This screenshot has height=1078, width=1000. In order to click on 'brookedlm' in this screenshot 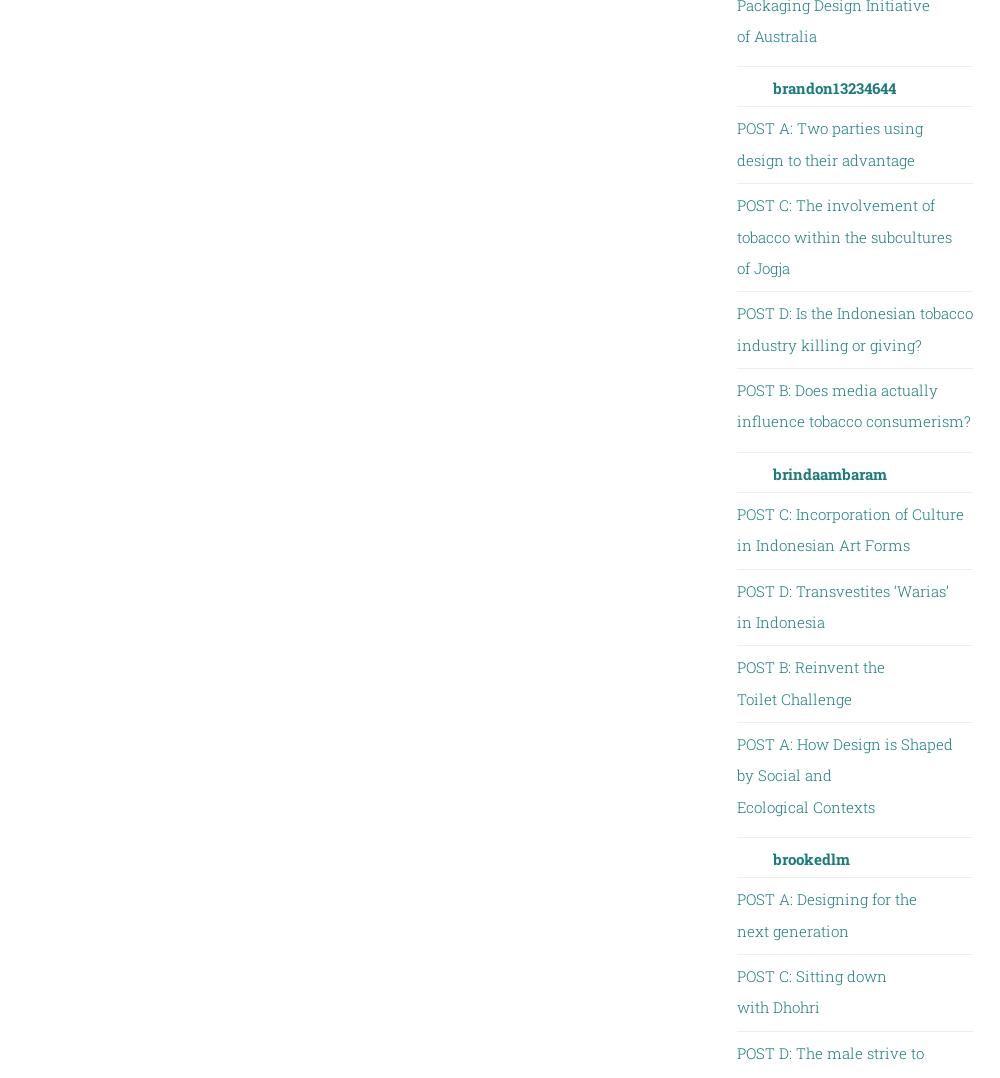, I will do `click(810, 857)`.